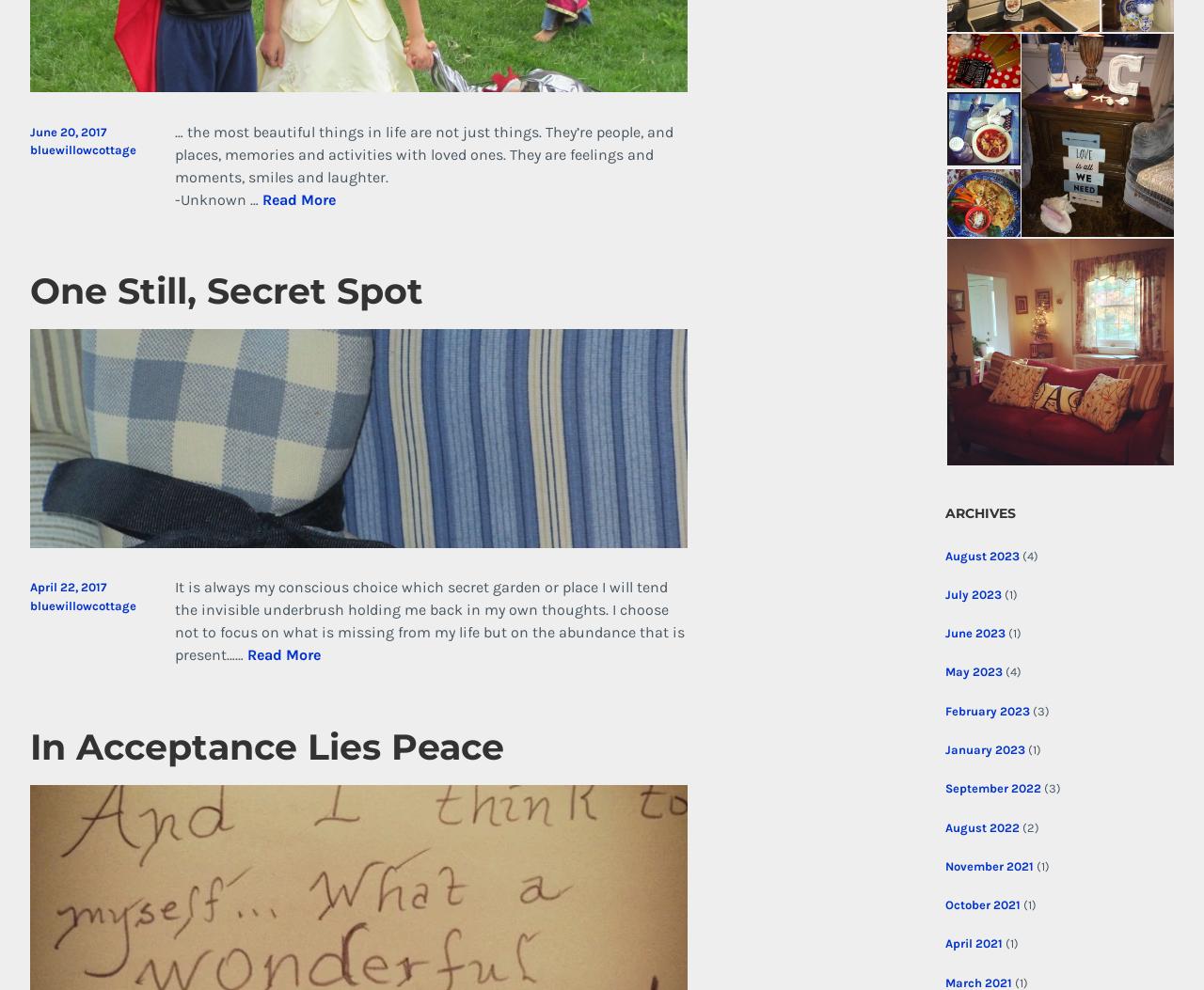 Image resolution: width=1204 pixels, height=990 pixels. Describe the element at coordinates (988, 864) in the screenshot. I see `'November 2021'` at that location.